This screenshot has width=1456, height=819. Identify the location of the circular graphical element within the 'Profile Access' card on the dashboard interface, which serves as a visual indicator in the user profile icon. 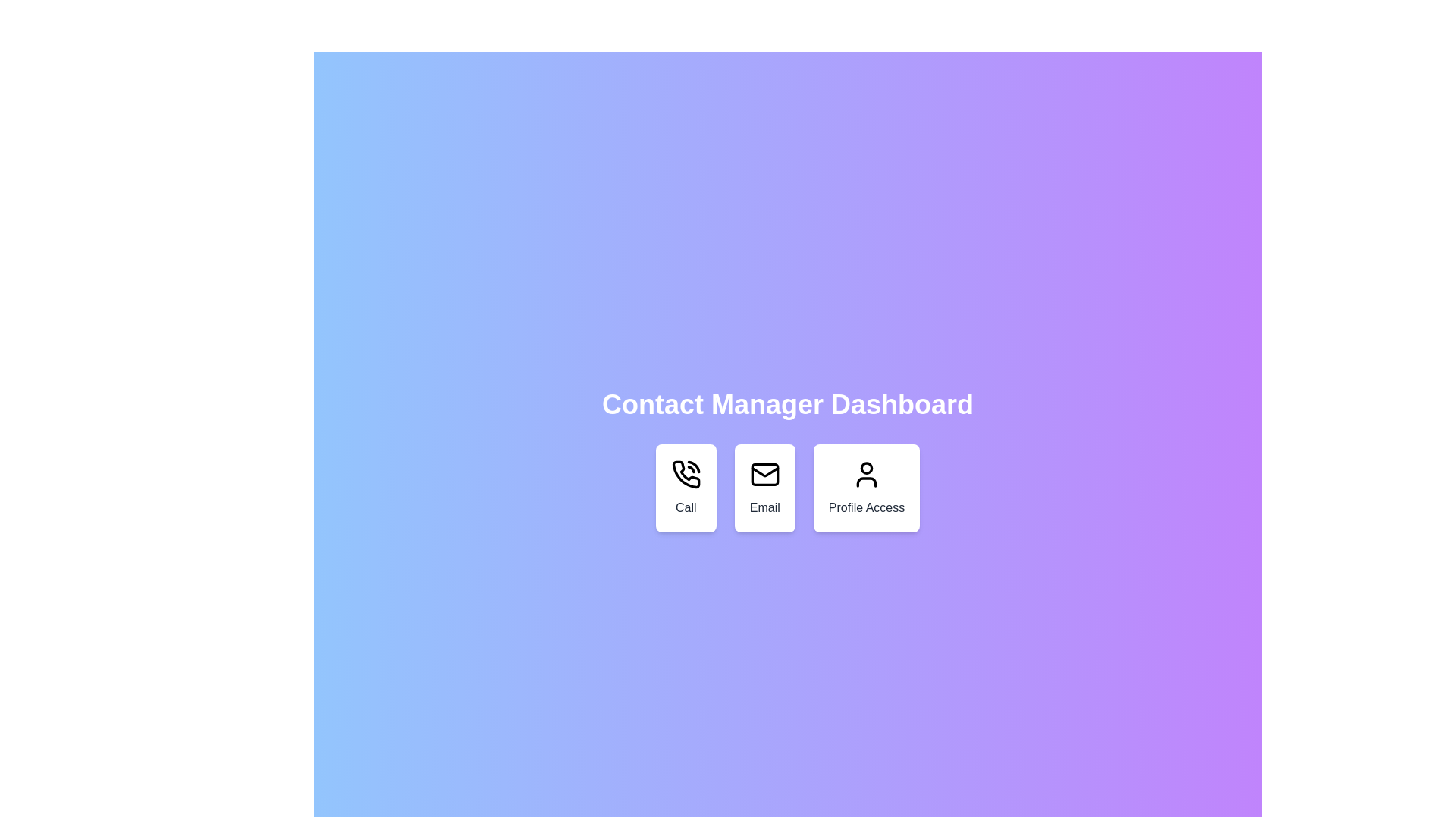
(866, 467).